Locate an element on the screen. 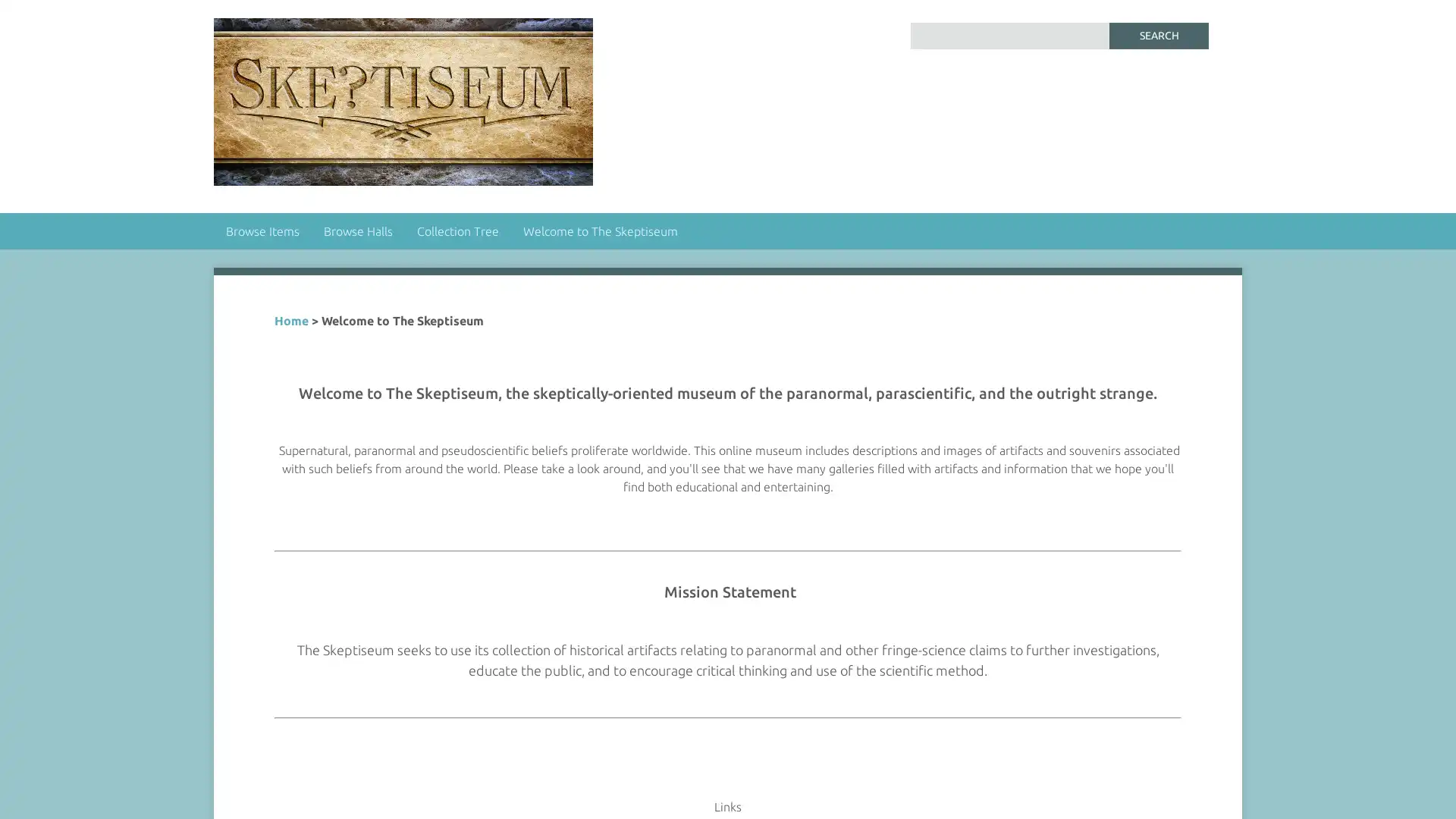 The height and width of the screenshot is (819, 1456). Search is located at coordinates (1157, 35).